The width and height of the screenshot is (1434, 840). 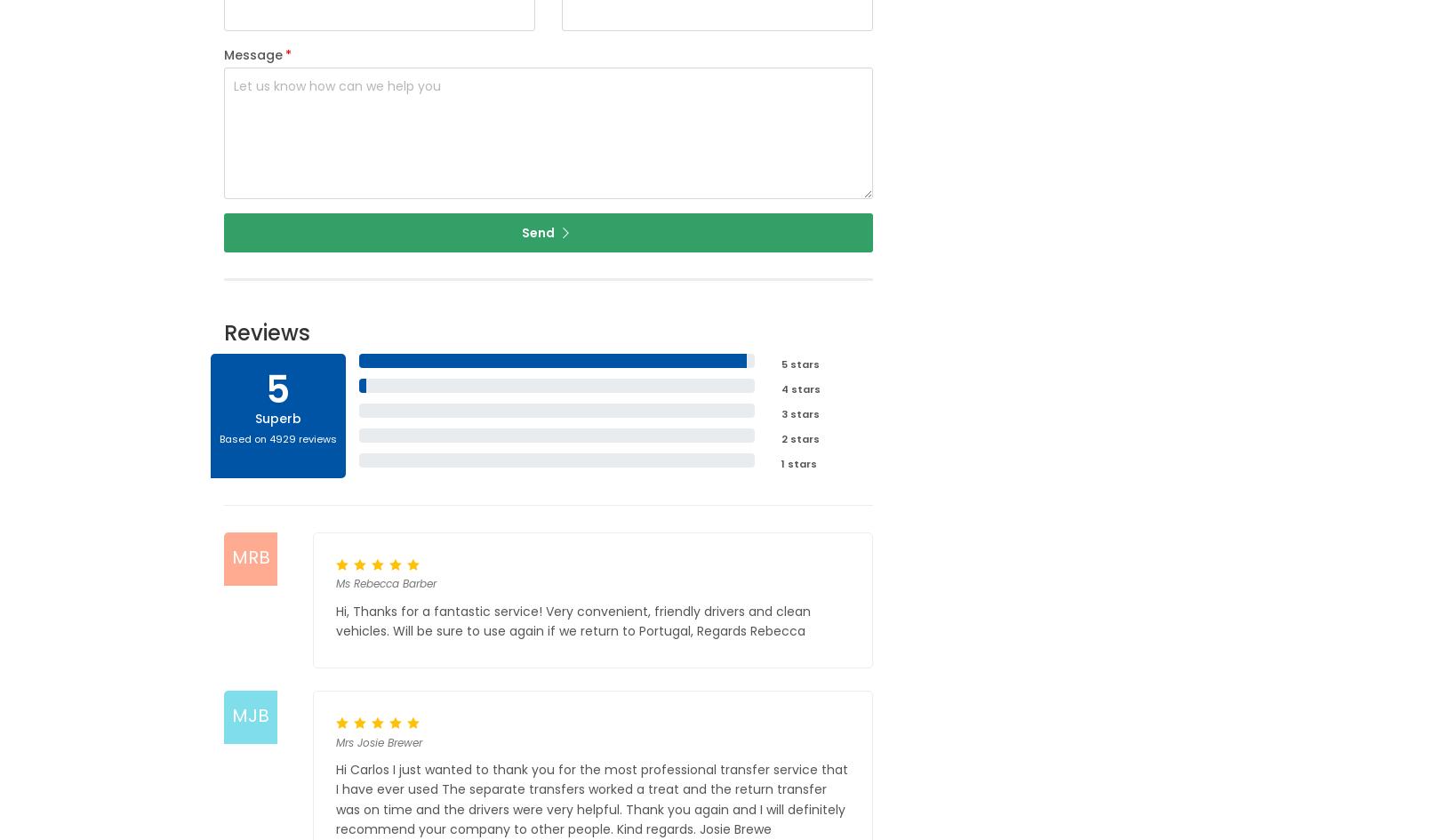 What do you see at coordinates (539, 231) in the screenshot?
I see `'Send'` at bounding box center [539, 231].